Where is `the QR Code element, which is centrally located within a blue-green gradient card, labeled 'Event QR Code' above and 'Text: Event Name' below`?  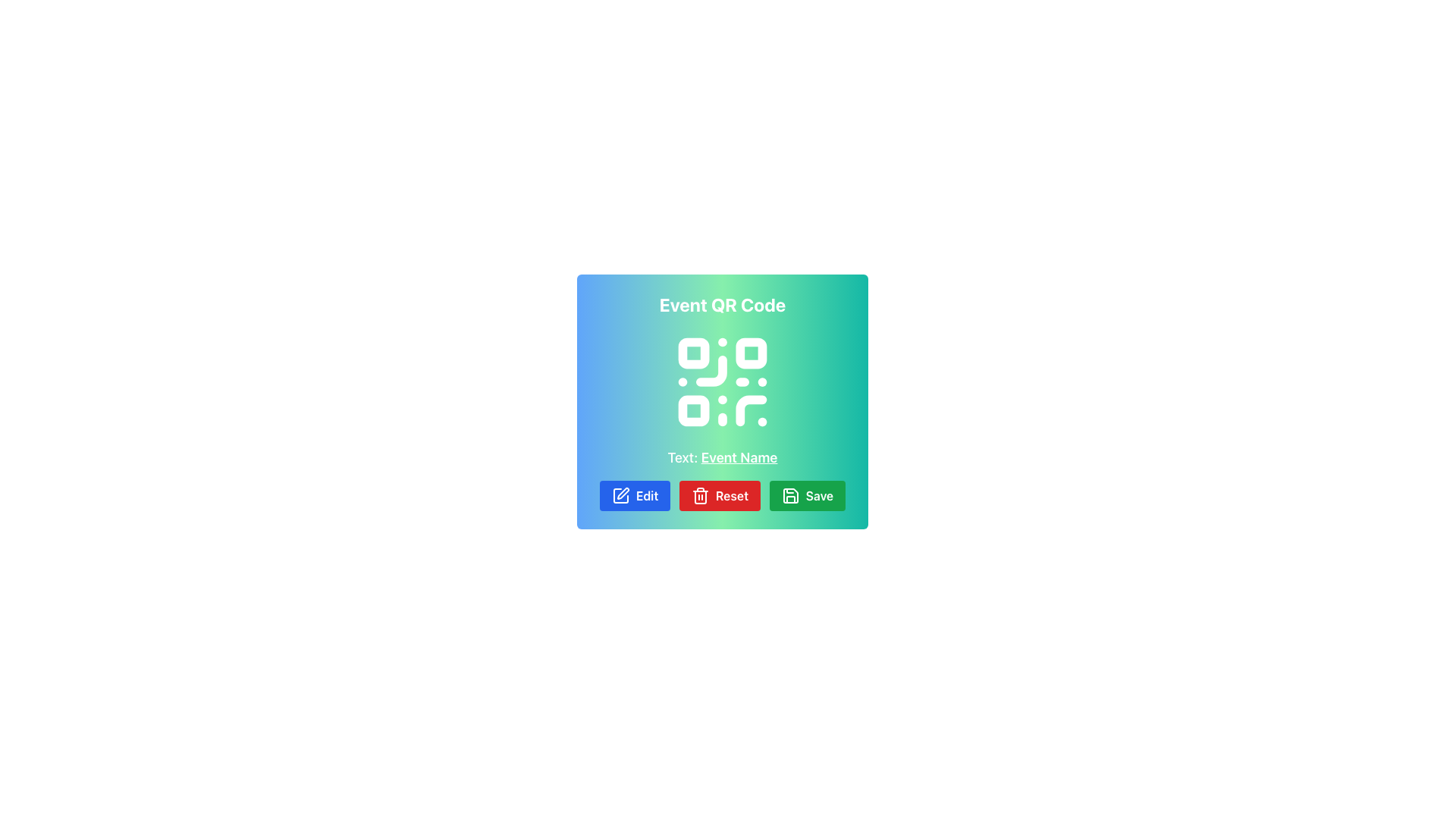
the QR Code element, which is centrally located within a blue-green gradient card, labeled 'Event QR Code' above and 'Text: Event Name' below is located at coordinates (722, 381).